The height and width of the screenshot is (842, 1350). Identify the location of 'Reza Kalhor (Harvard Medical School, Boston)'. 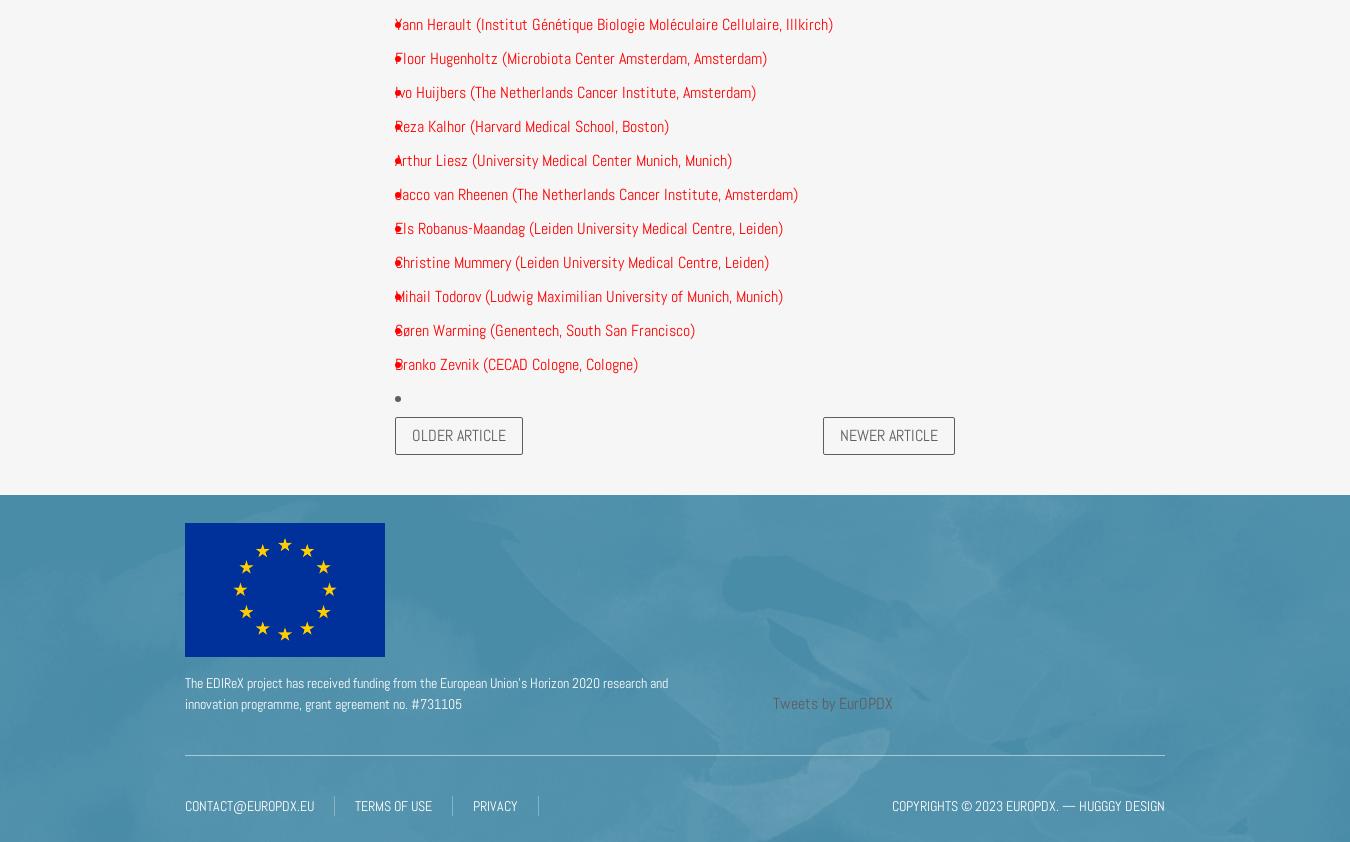
(531, 124).